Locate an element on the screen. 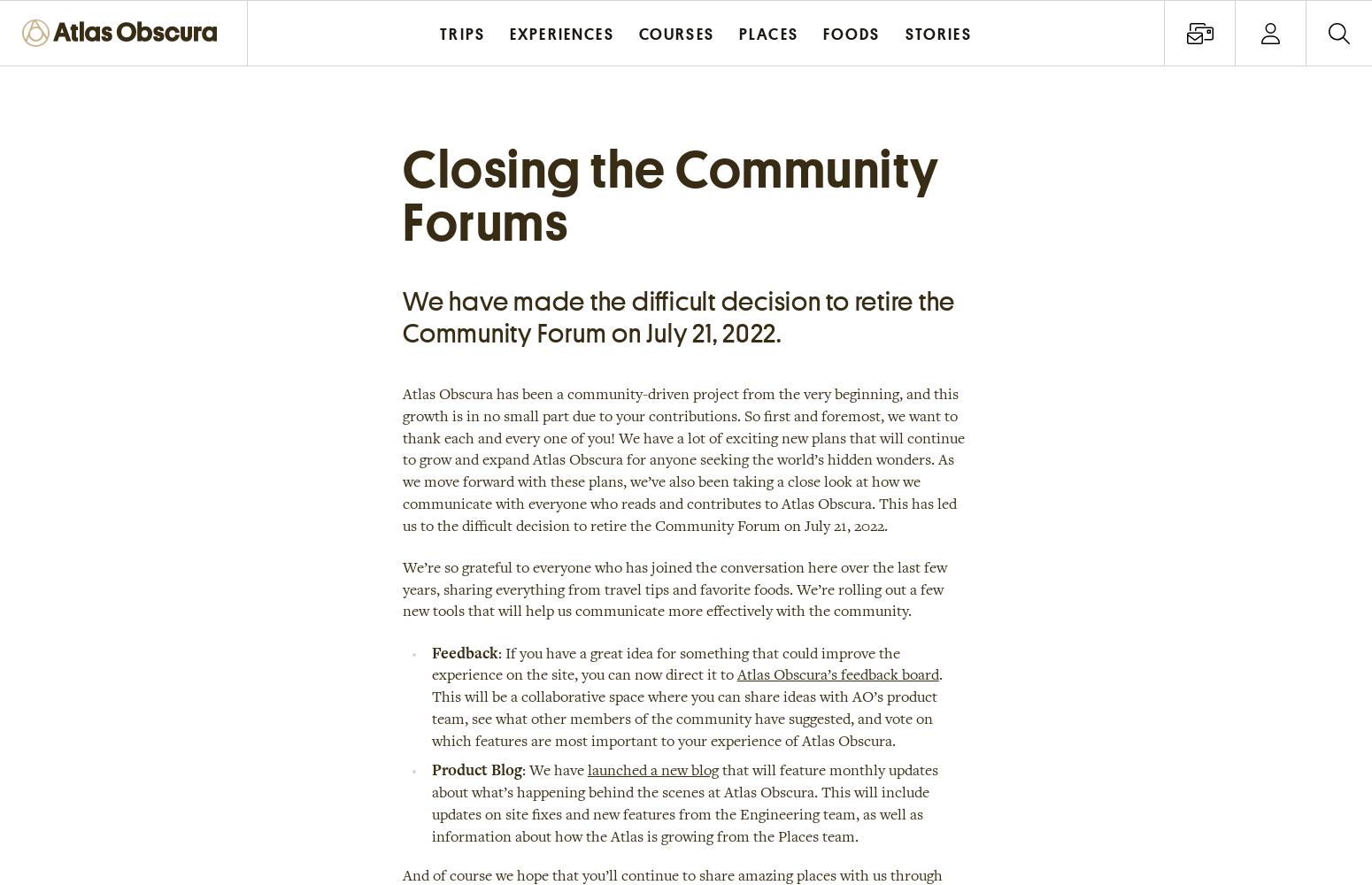 This screenshot has width=1372, height=885. '. This will be a collaborative space where you can share ideas with AO’s product team, see what other members of the community have suggested, and vote on which features are most important to your experience of Atlas Obscura.' is located at coordinates (686, 709).